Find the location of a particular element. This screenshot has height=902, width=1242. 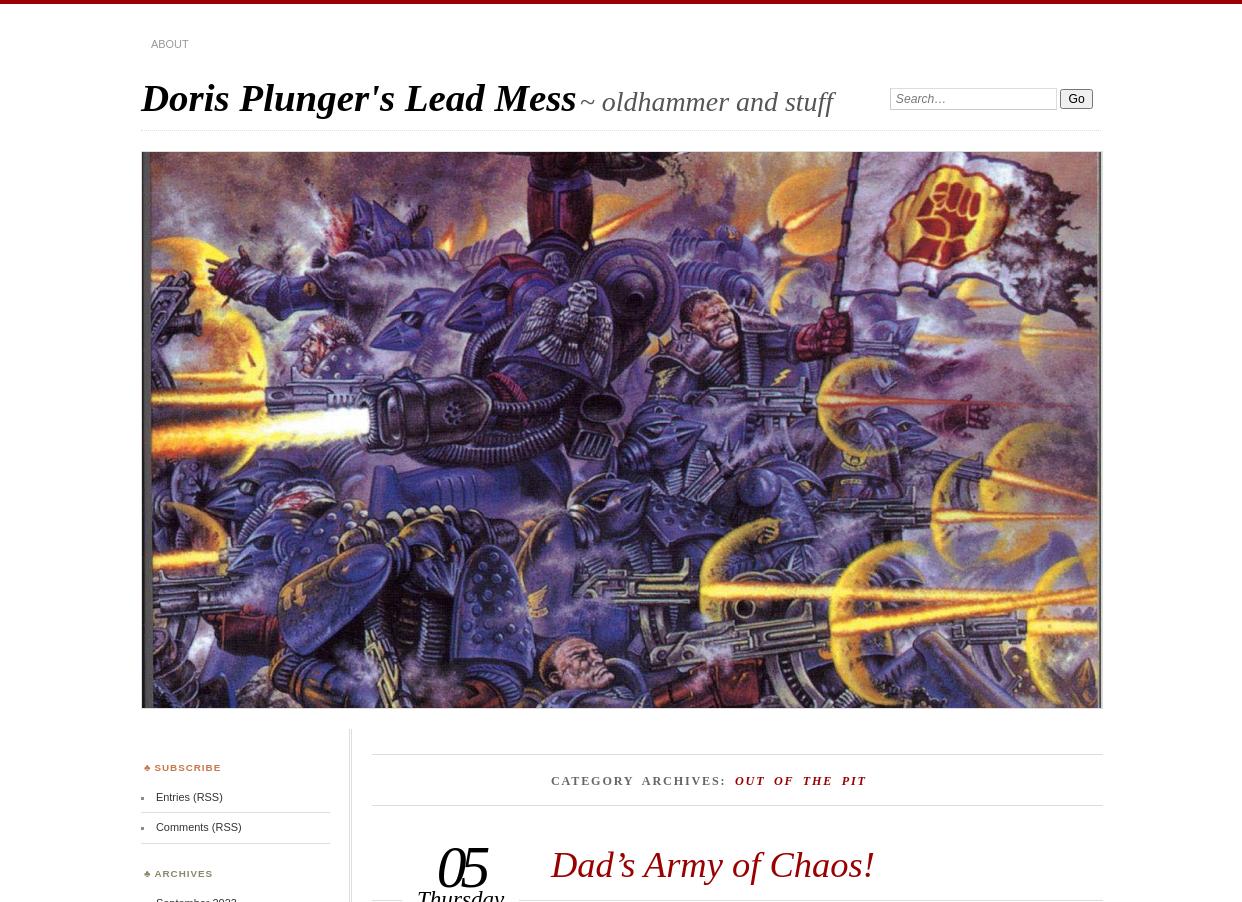

'Entries (RSS)' is located at coordinates (188, 796).